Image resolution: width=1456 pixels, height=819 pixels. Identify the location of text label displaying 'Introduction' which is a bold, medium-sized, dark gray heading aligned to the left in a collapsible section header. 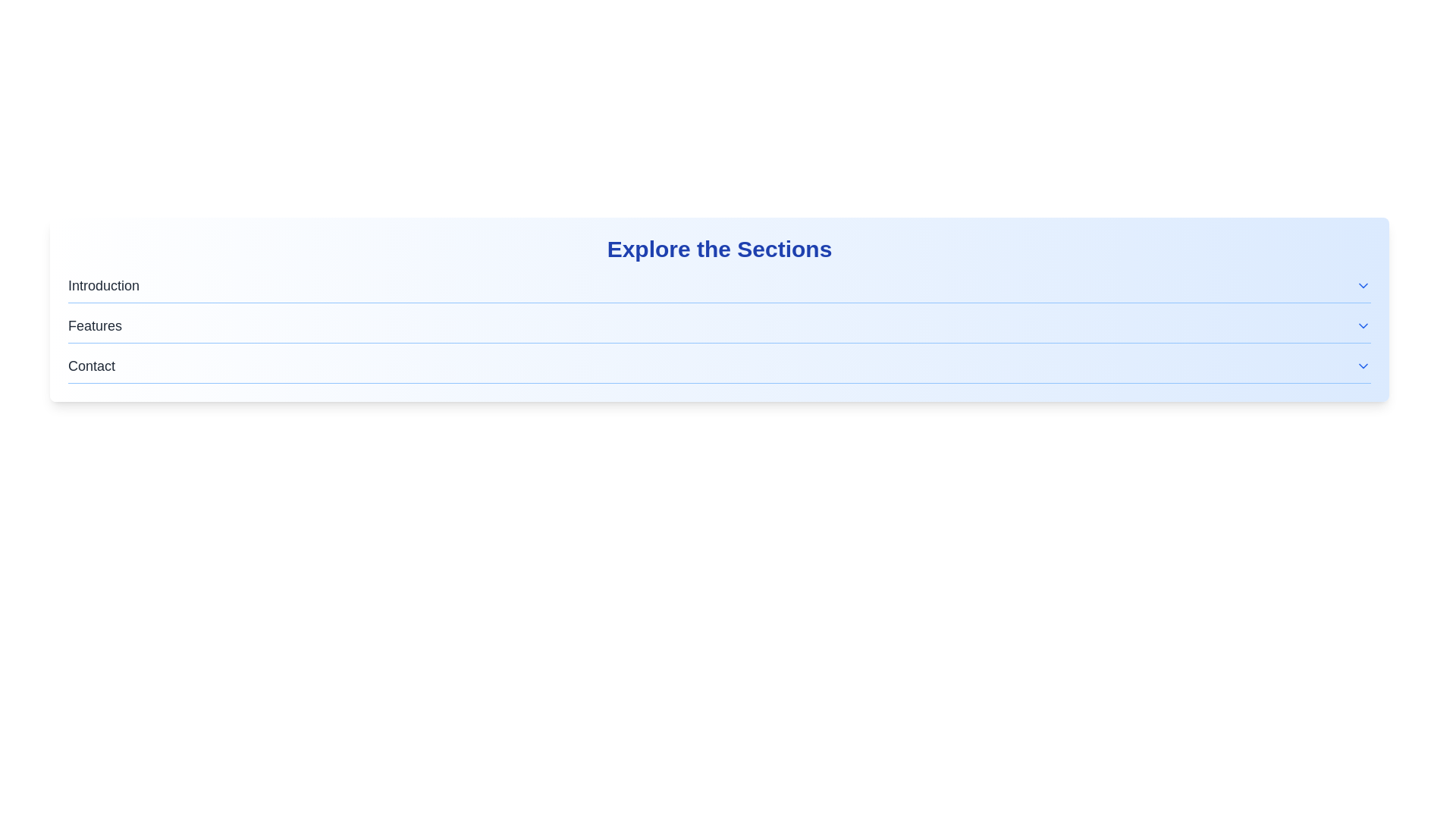
(103, 286).